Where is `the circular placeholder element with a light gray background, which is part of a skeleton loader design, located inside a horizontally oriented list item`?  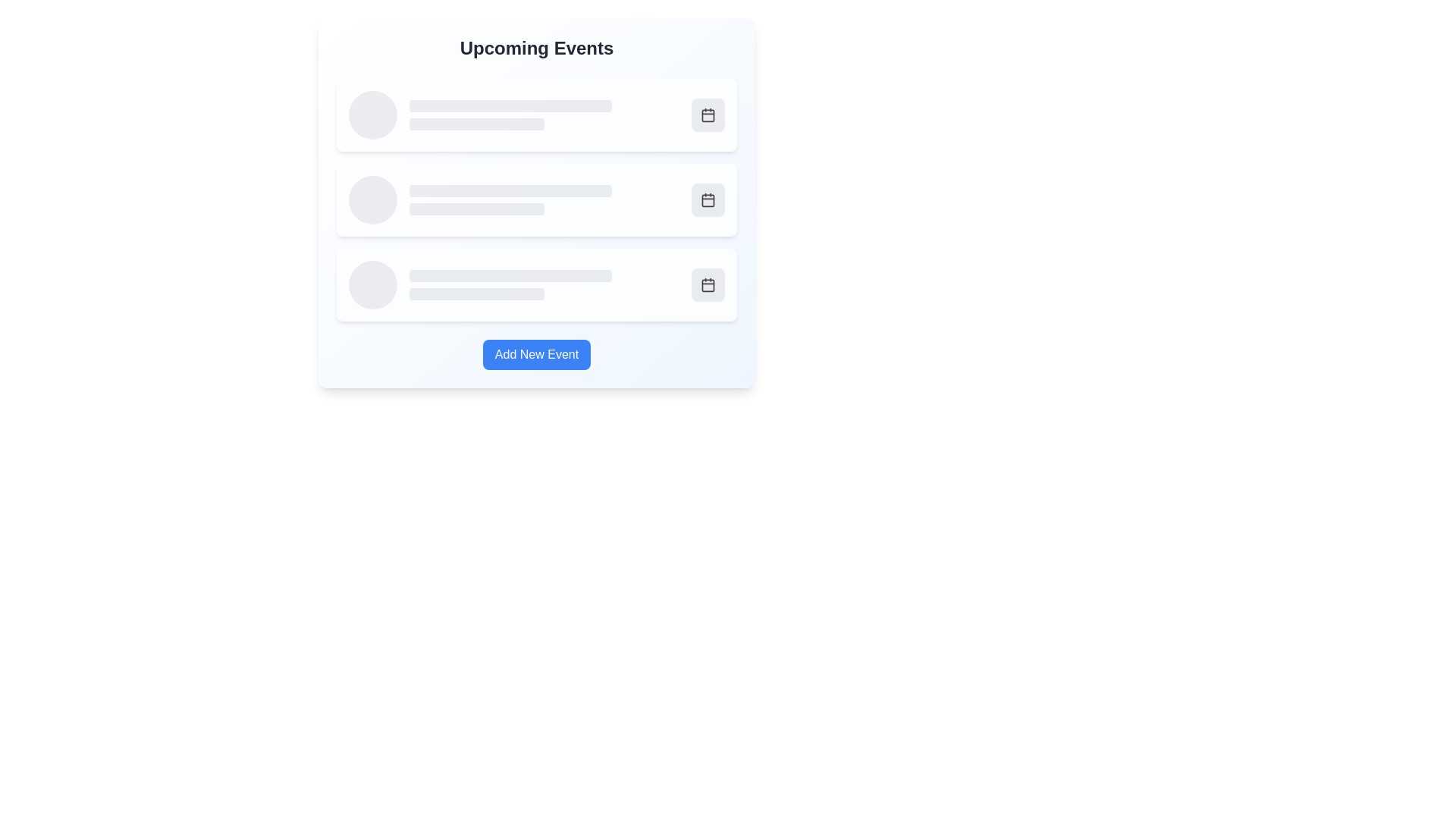 the circular placeholder element with a light gray background, which is part of a skeleton loader design, located inside a horizontally oriented list item is located at coordinates (372, 199).